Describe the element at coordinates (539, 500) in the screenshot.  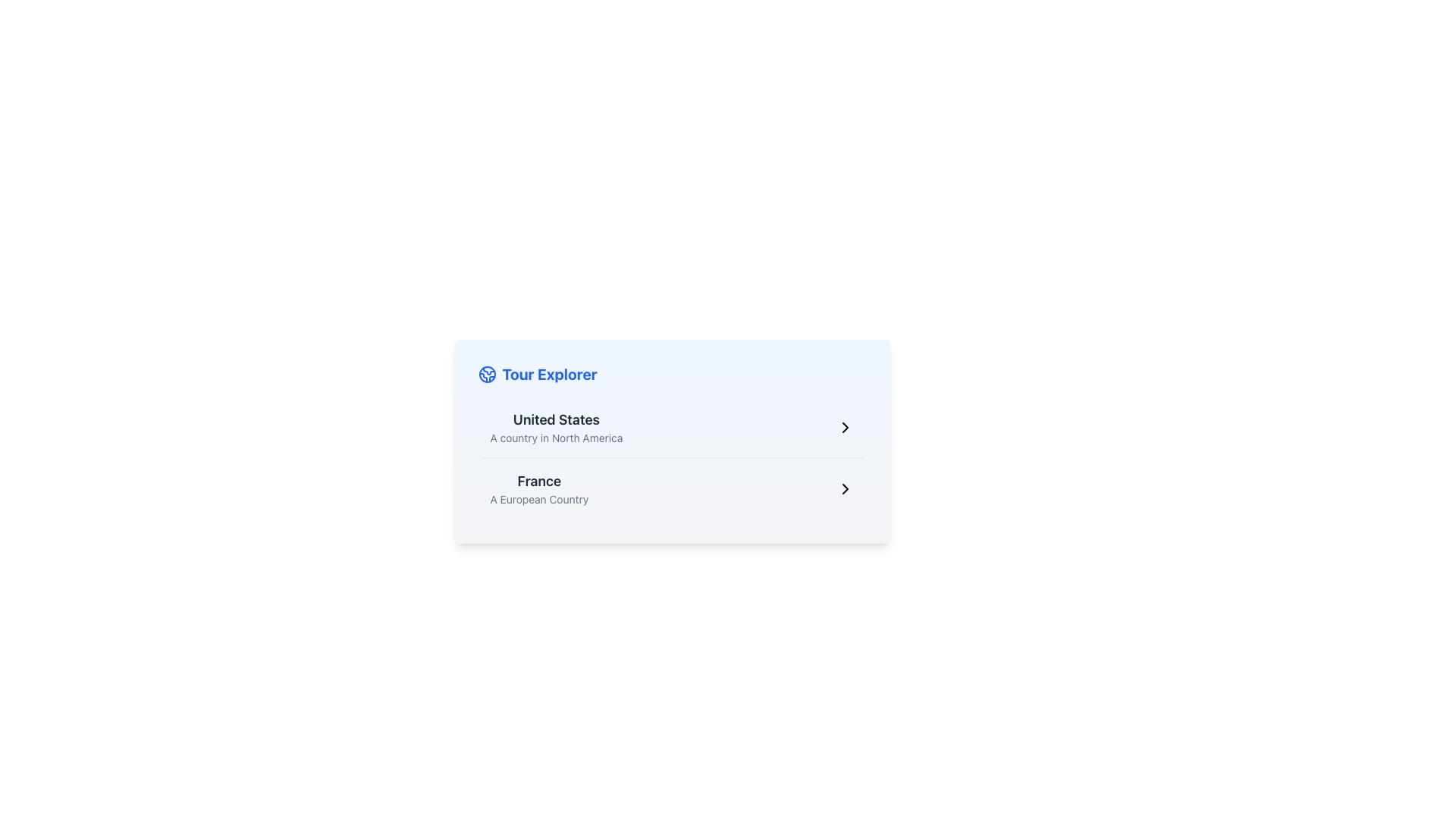
I see `the static text label providing additional information about the title 'France', located below the title in a vertical layout` at that location.